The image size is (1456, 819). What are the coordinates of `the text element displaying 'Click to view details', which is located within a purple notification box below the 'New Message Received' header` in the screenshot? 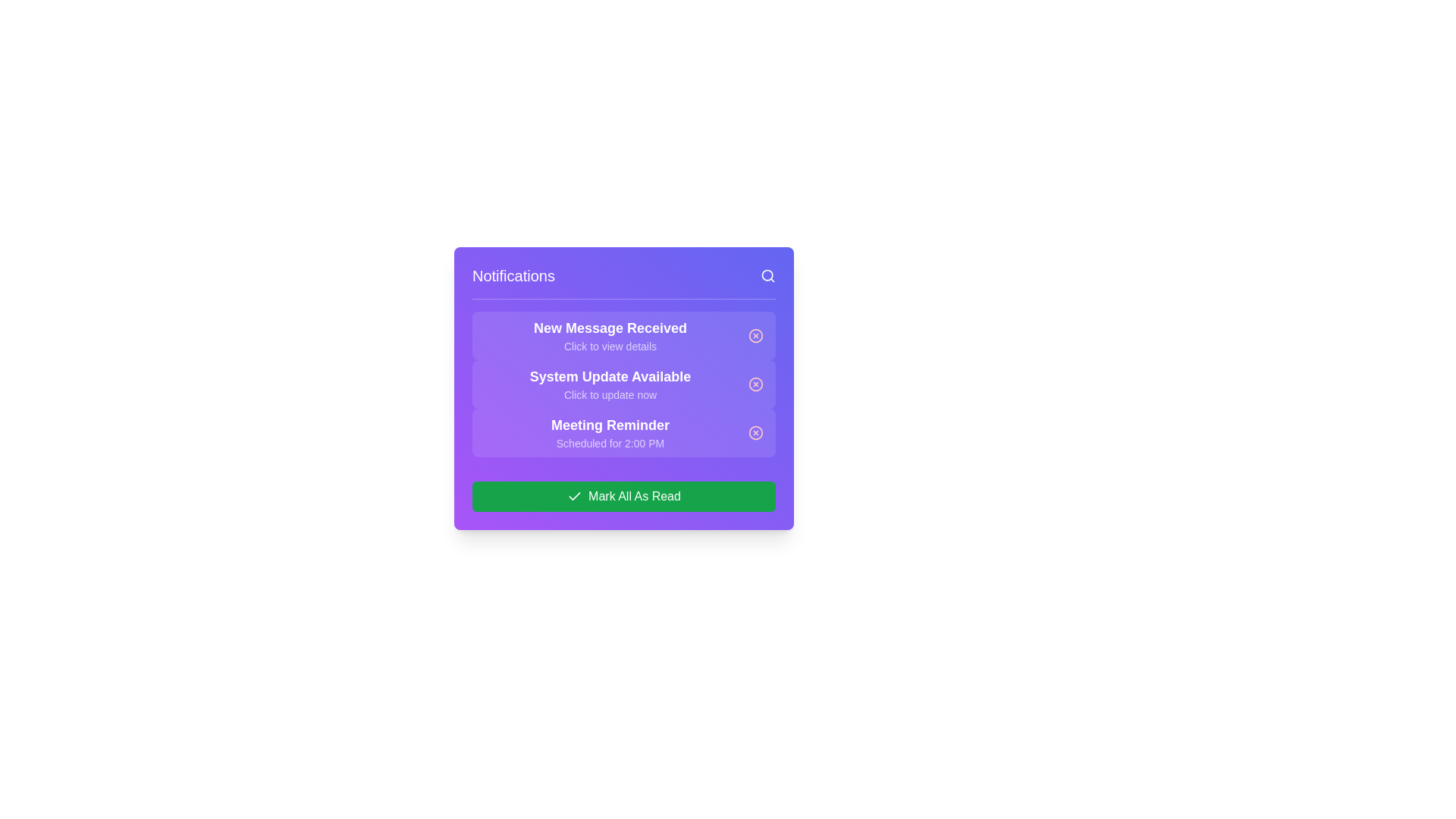 It's located at (610, 346).